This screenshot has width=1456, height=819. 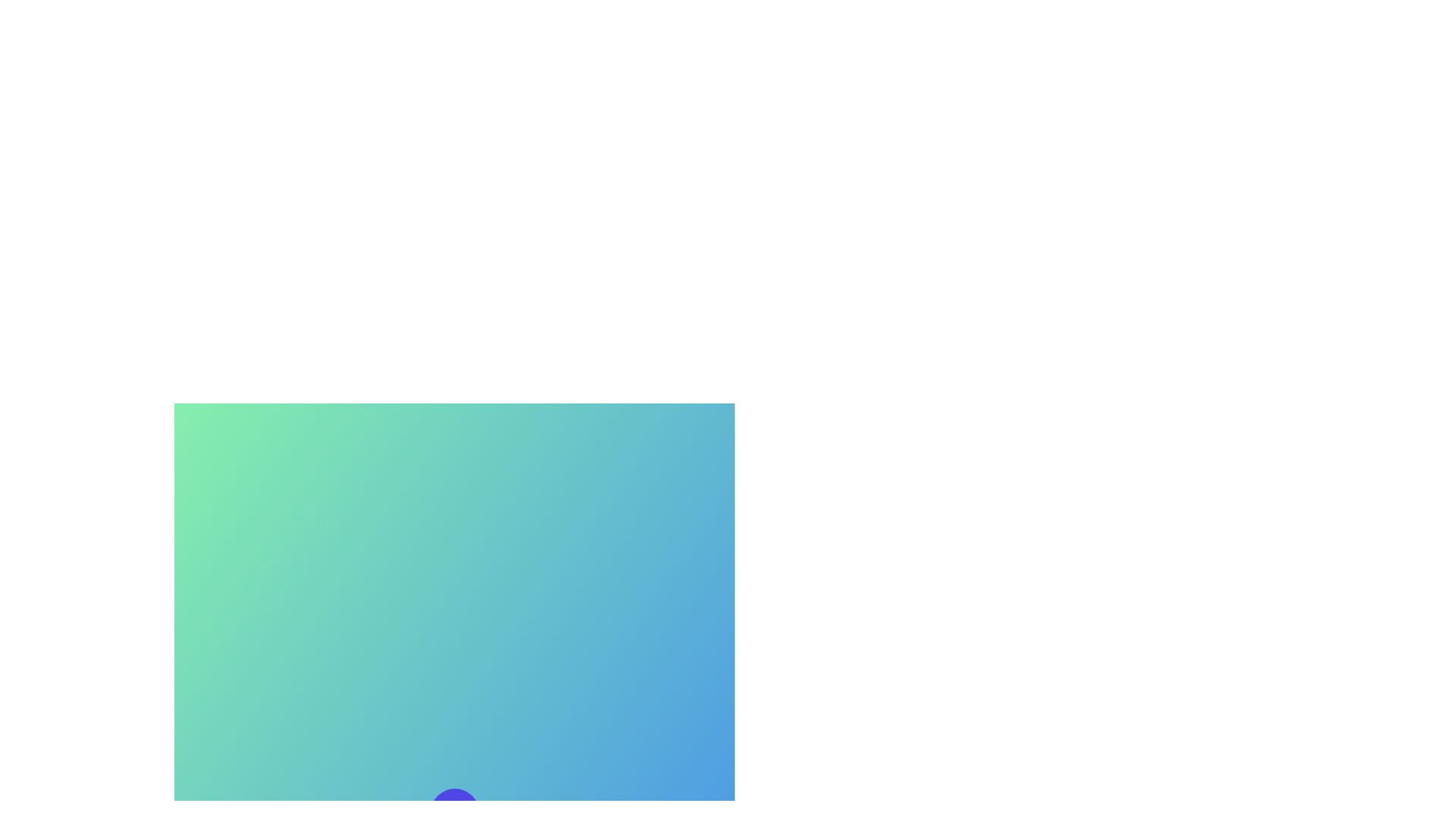 I want to click on main button to toggle the menu, so click(x=453, y=812).